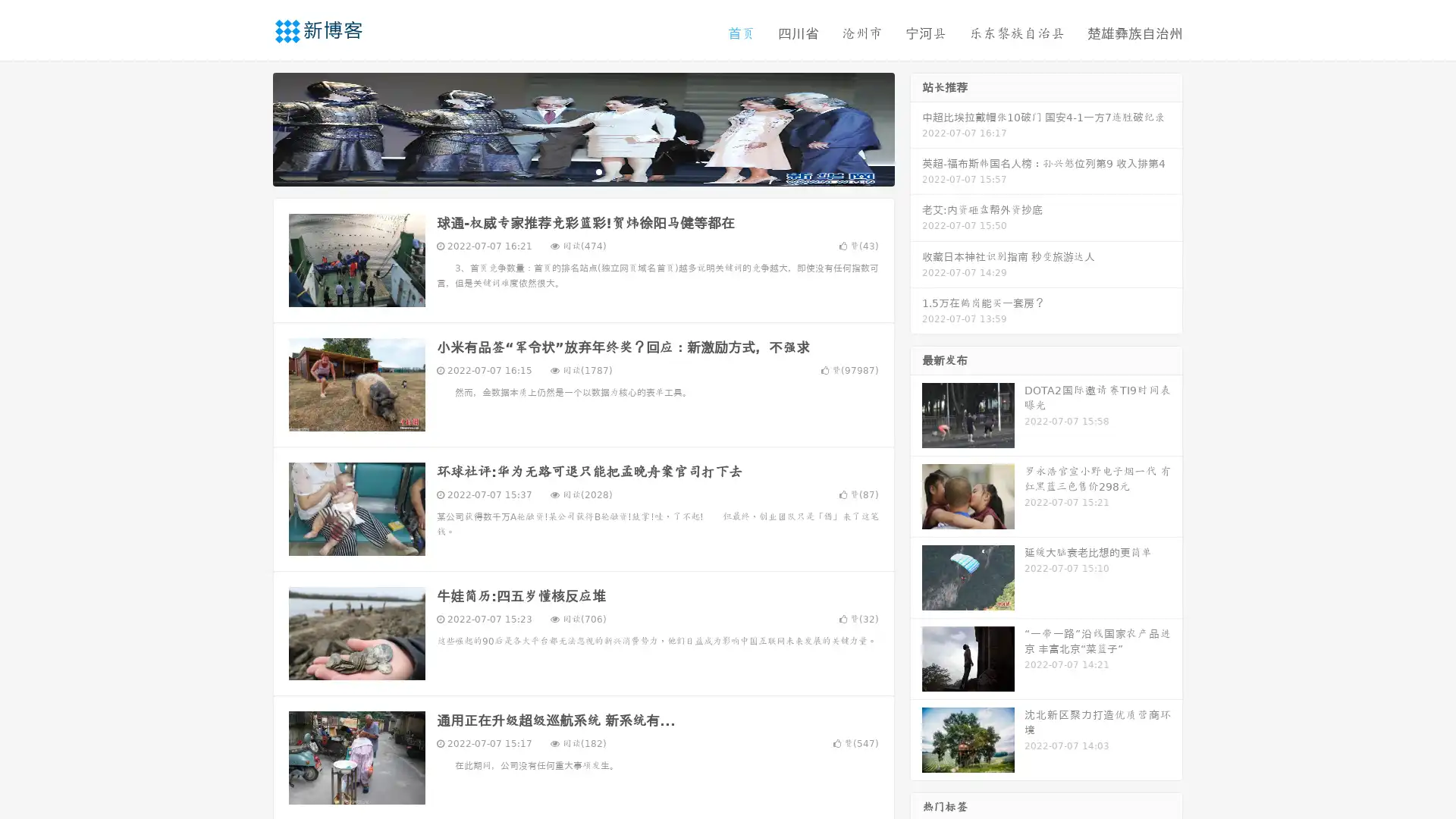 The image size is (1456, 819). What do you see at coordinates (567, 171) in the screenshot?
I see `Go to slide 1` at bounding box center [567, 171].